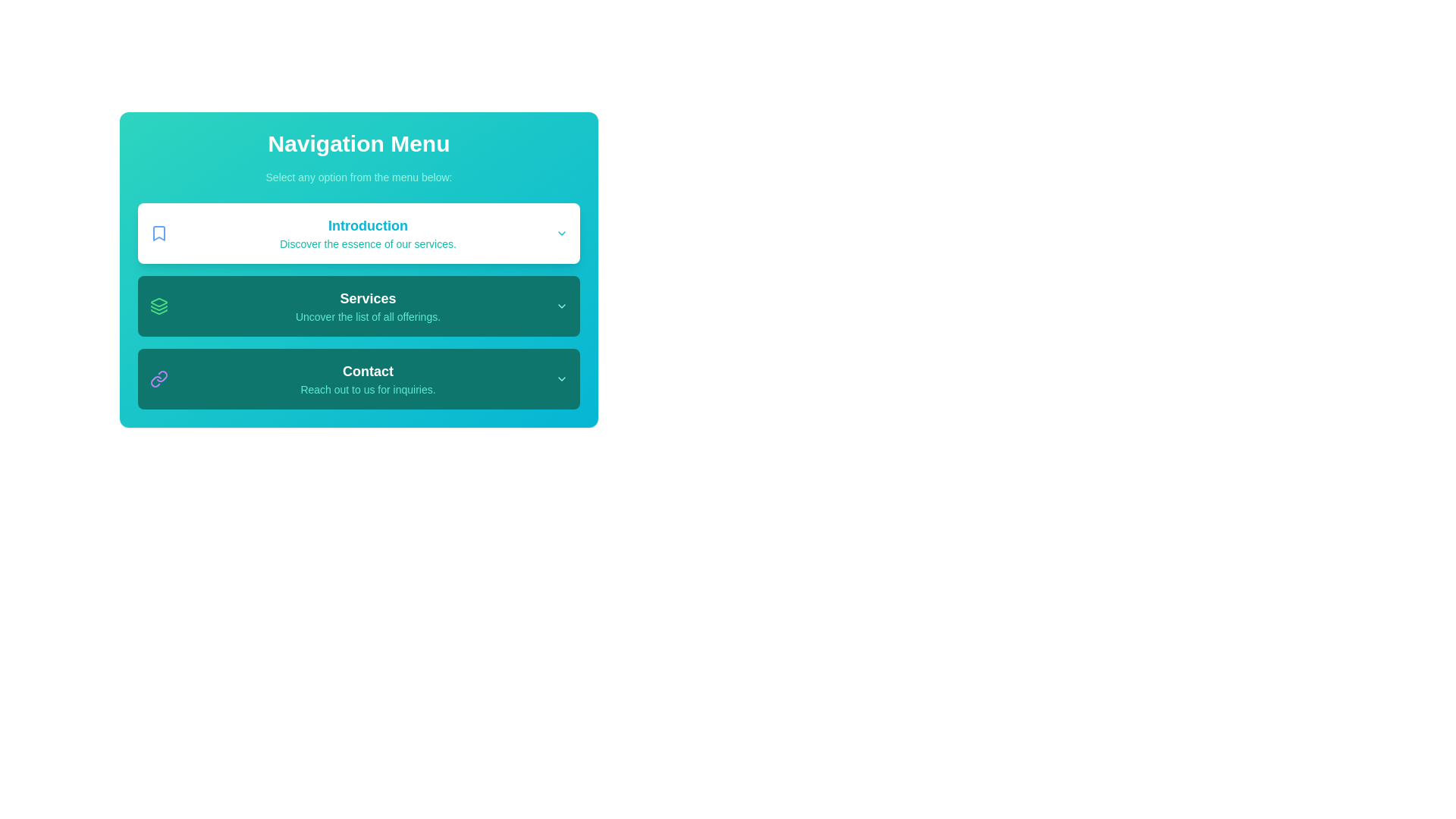 This screenshot has width=1456, height=819. What do you see at coordinates (368, 388) in the screenshot?
I see `the text element reading 'Reach out to us for inquiries.' which is styled in teal and located below the 'Contact' header` at bounding box center [368, 388].